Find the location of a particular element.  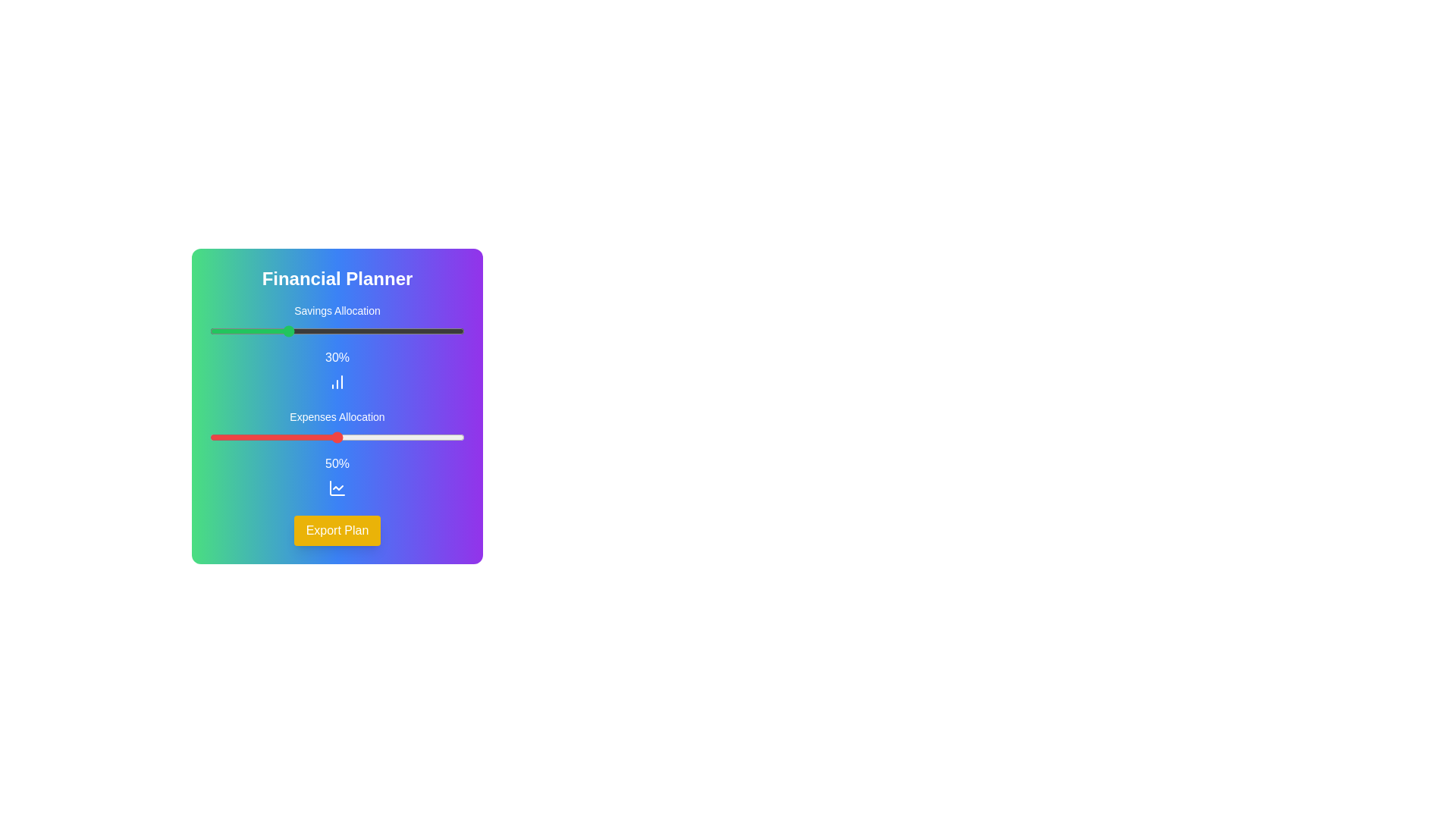

the expenses allocation slider is located at coordinates (265, 438).